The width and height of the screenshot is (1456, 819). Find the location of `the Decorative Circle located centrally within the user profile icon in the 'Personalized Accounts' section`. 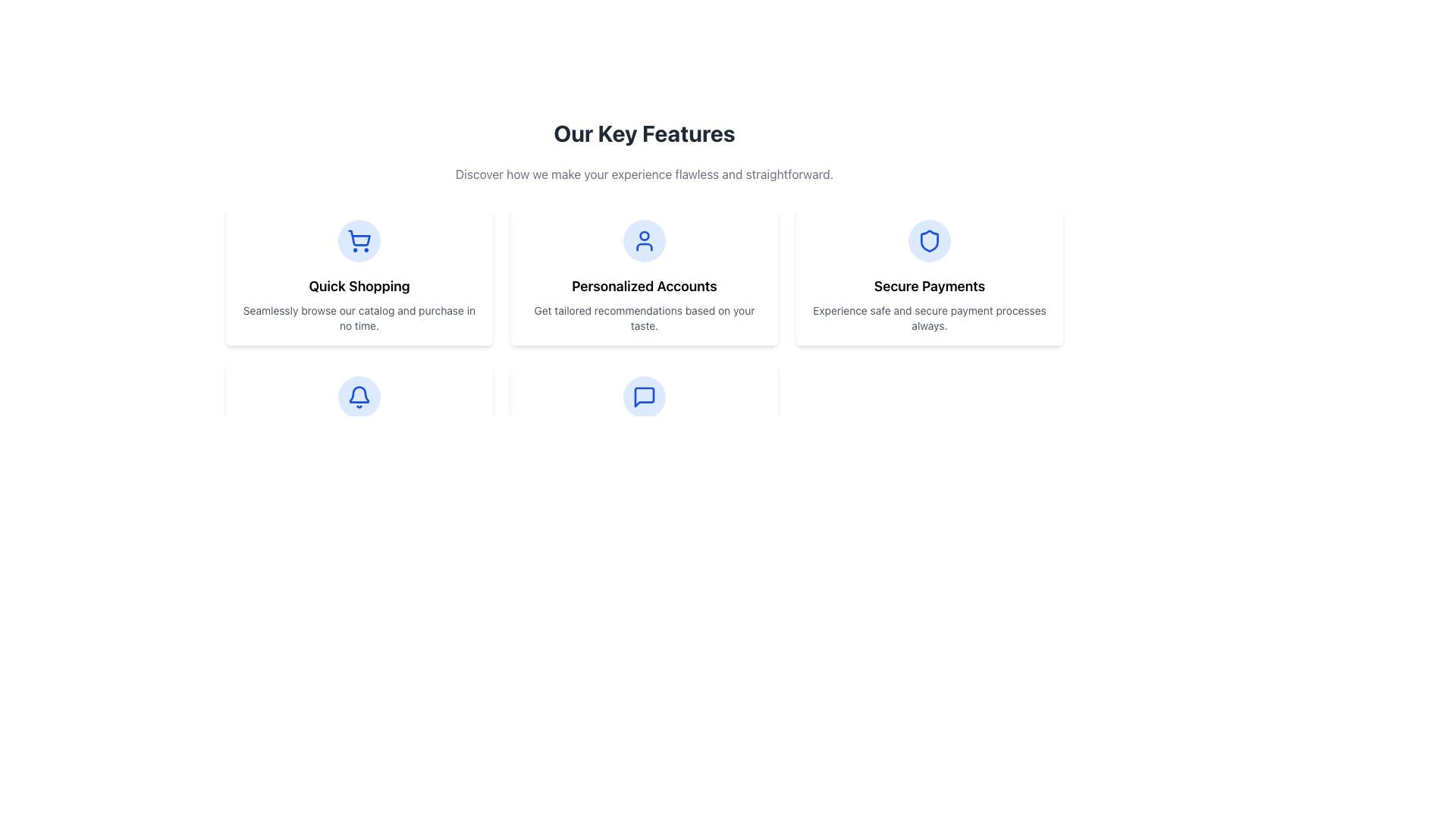

the Decorative Circle located centrally within the user profile icon in the 'Personalized Accounts' section is located at coordinates (644, 236).